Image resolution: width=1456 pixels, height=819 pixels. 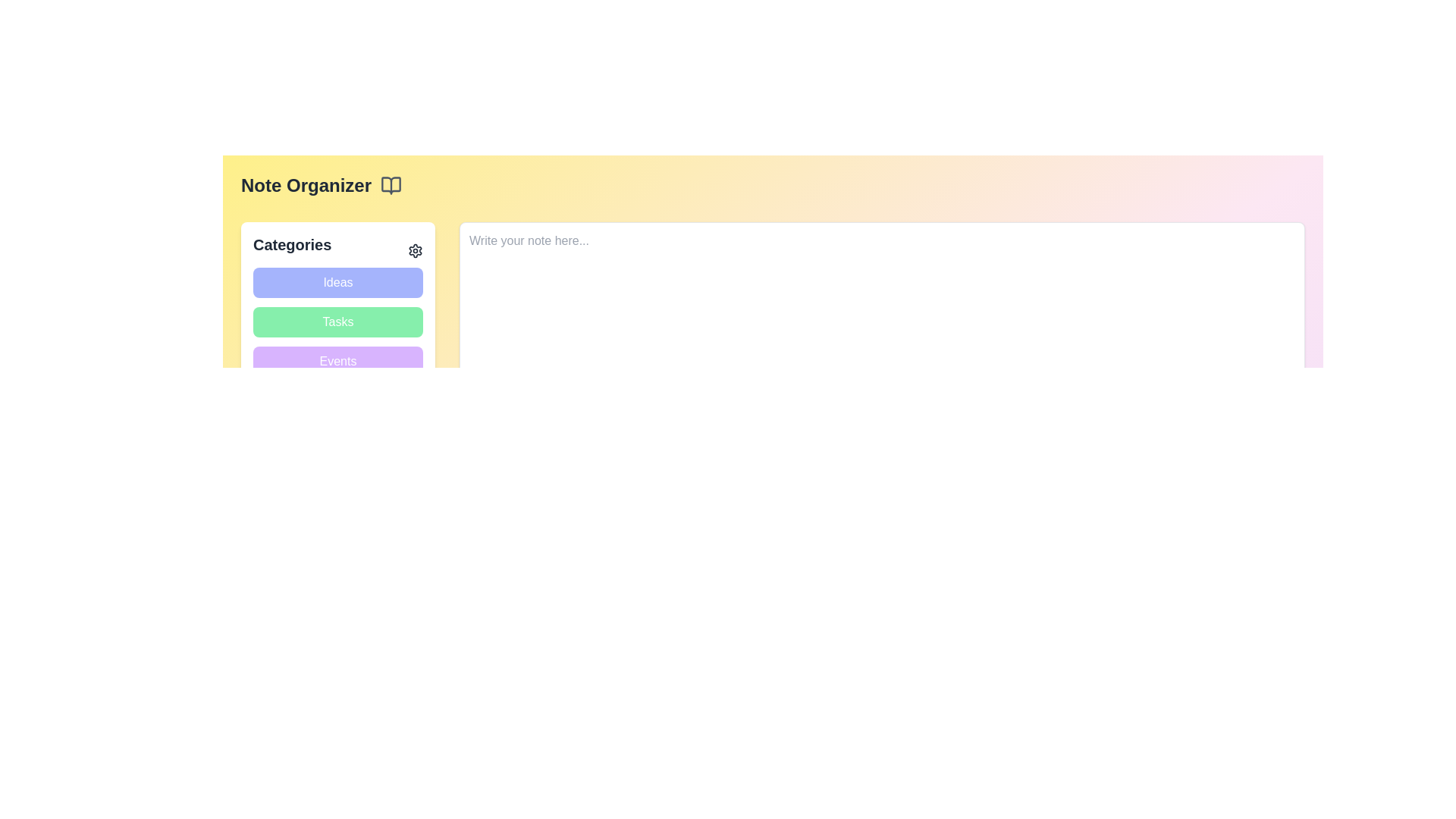 What do you see at coordinates (337, 362) in the screenshot?
I see `the 'Events' button, which is the third button in the vertically stacked group of buttons labeled 'Ideas', 'Tasks', and 'Events'` at bounding box center [337, 362].